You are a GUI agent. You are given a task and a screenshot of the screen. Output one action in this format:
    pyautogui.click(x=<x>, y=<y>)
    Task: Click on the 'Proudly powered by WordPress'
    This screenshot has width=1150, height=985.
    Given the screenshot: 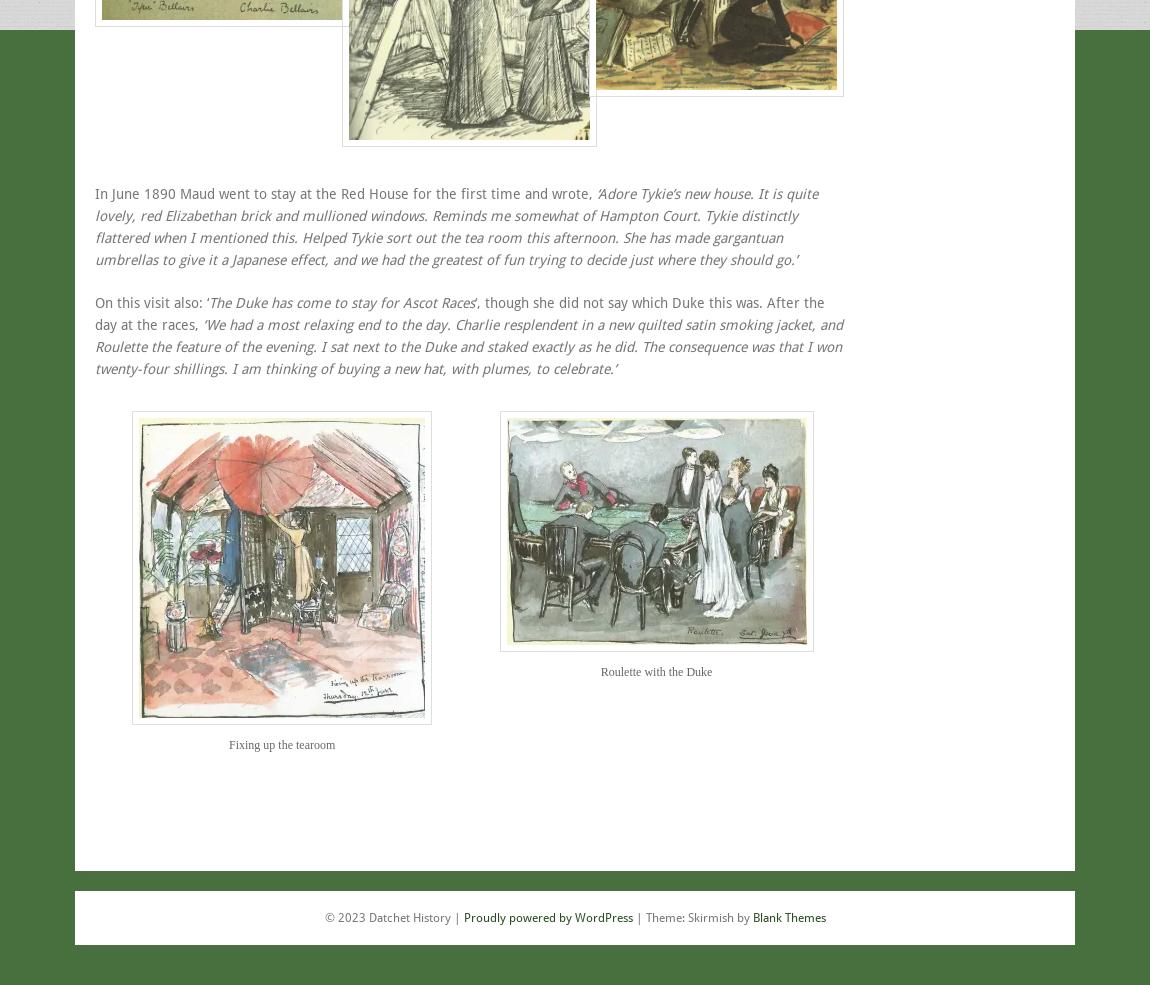 What is the action you would take?
    pyautogui.click(x=462, y=918)
    